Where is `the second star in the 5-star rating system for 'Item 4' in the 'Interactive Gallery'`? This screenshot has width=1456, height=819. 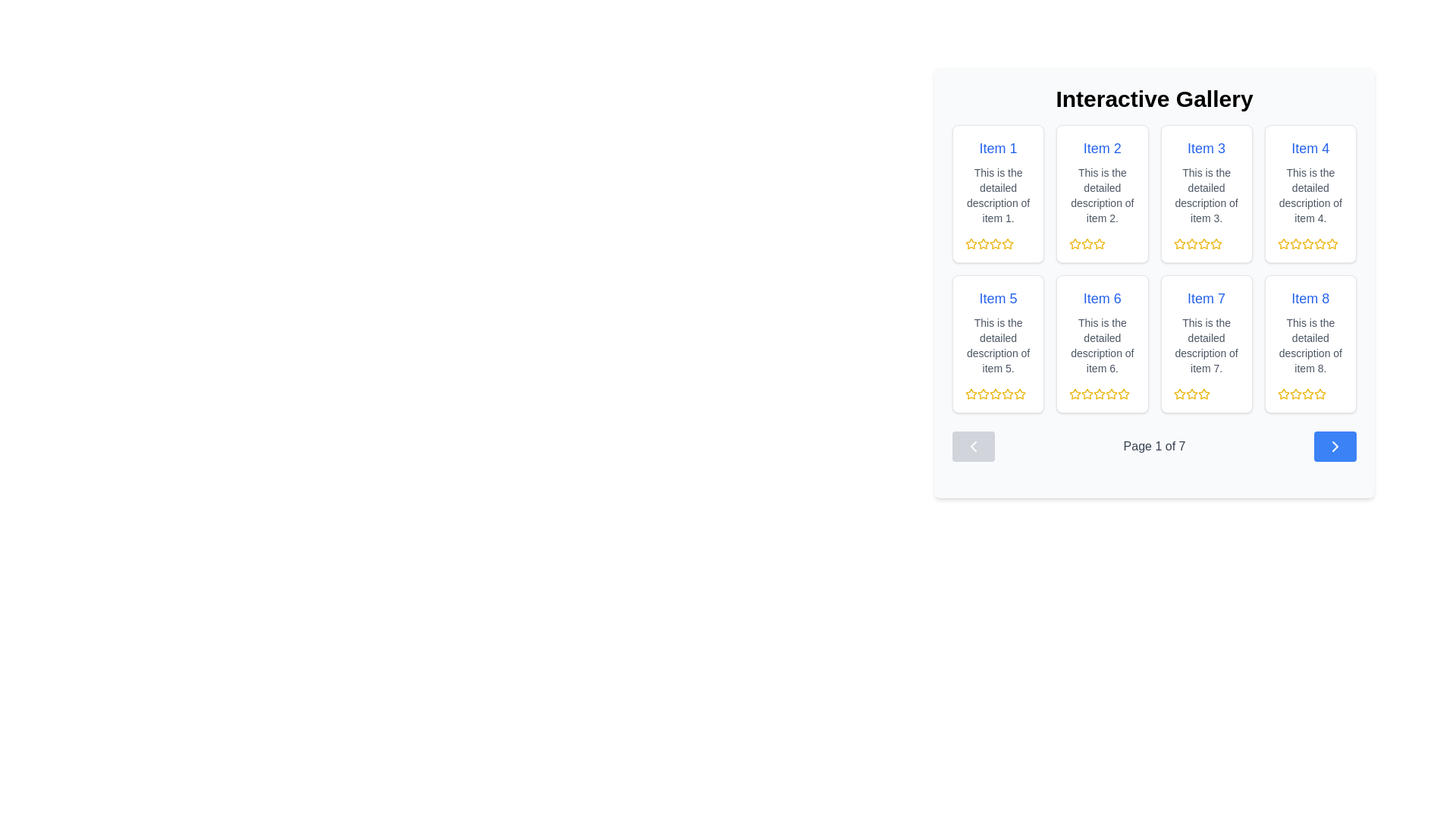
the second star in the 5-star rating system for 'Item 4' in the 'Interactive Gallery' is located at coordinates (1294, 243).